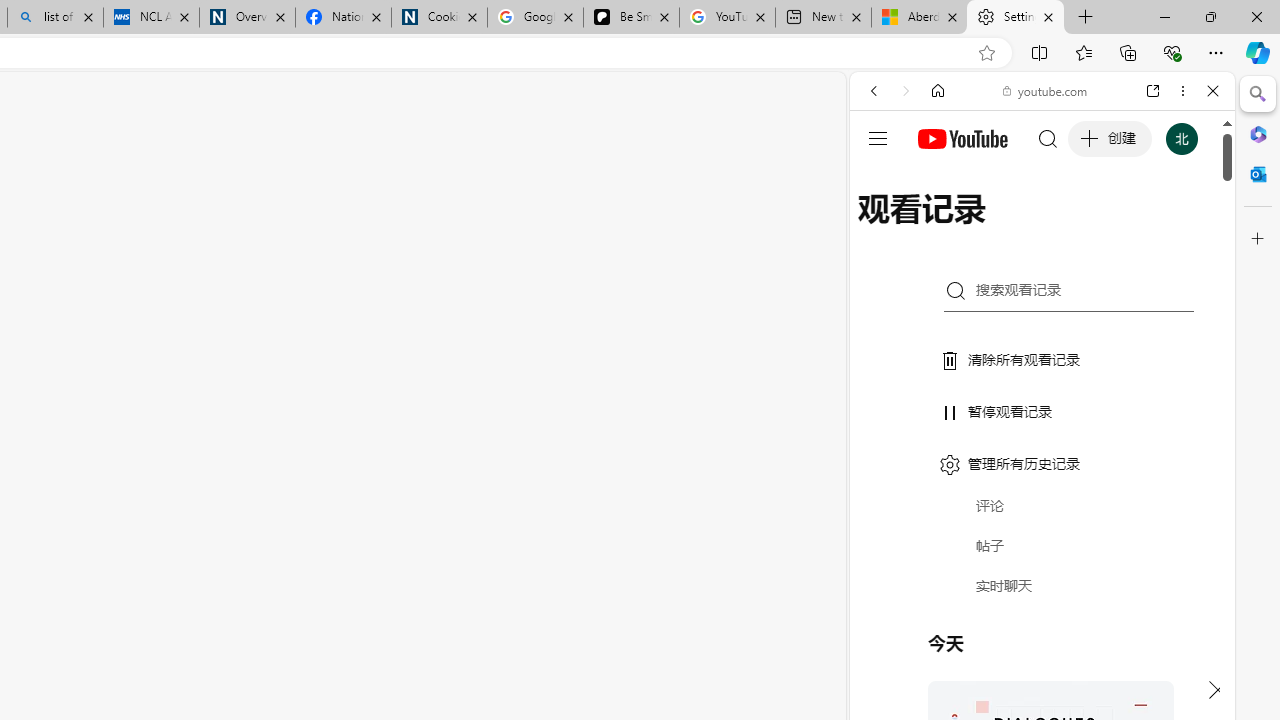 This screenshot has height=720, width=1280. I want to click on 'Music', so click(1041, 544).